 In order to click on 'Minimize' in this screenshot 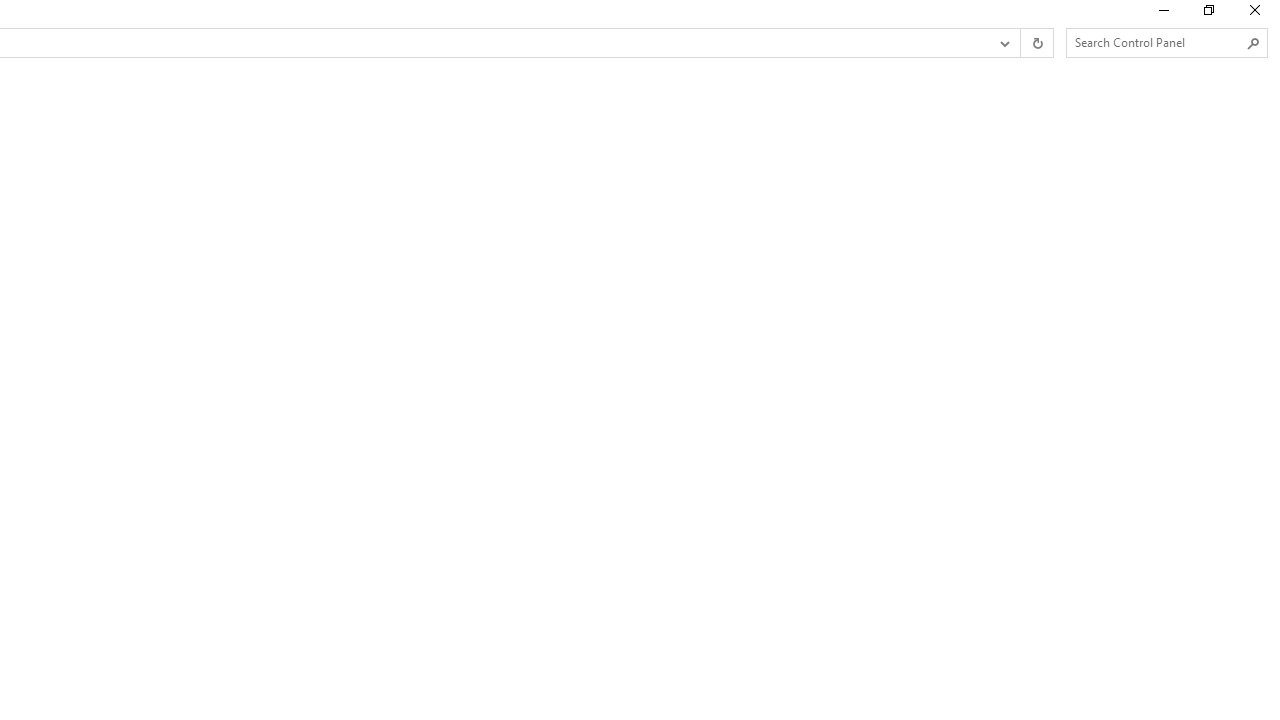, I will do `click(1162, 15)`.